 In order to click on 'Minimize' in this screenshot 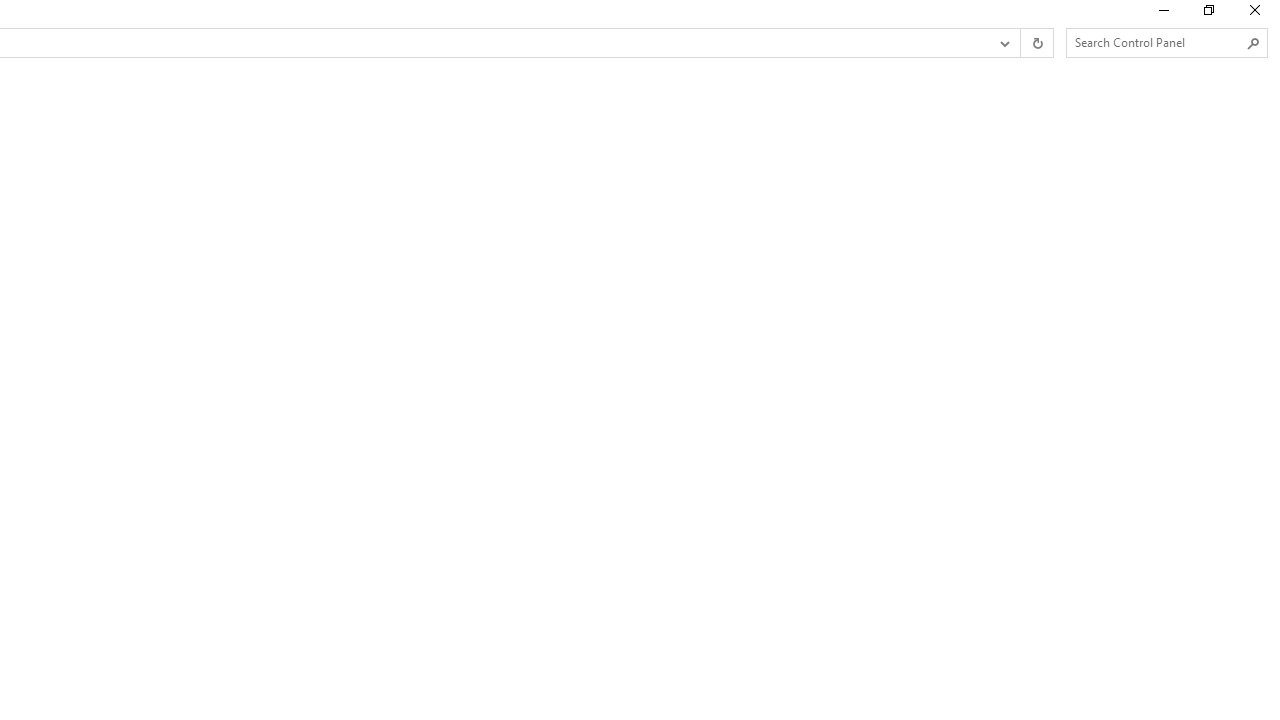, I will do `click(1162, 15)`.